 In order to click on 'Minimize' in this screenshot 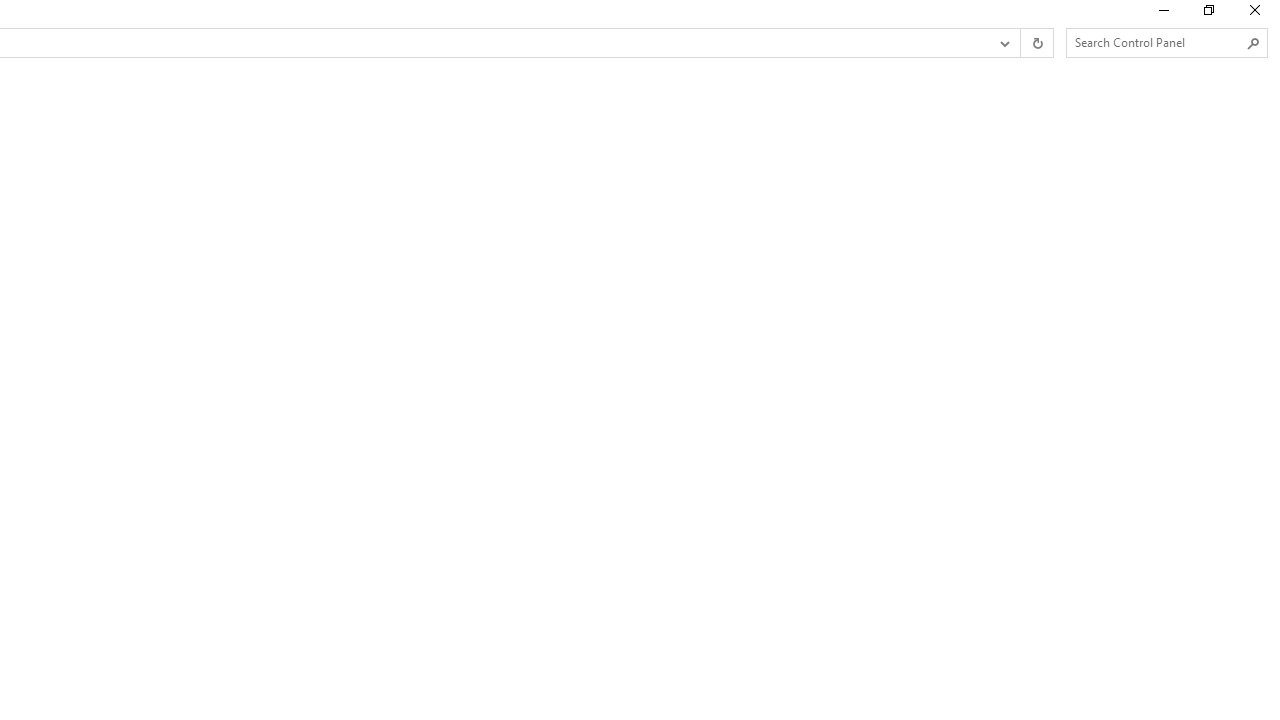, I will do `click(1162, 15)`.